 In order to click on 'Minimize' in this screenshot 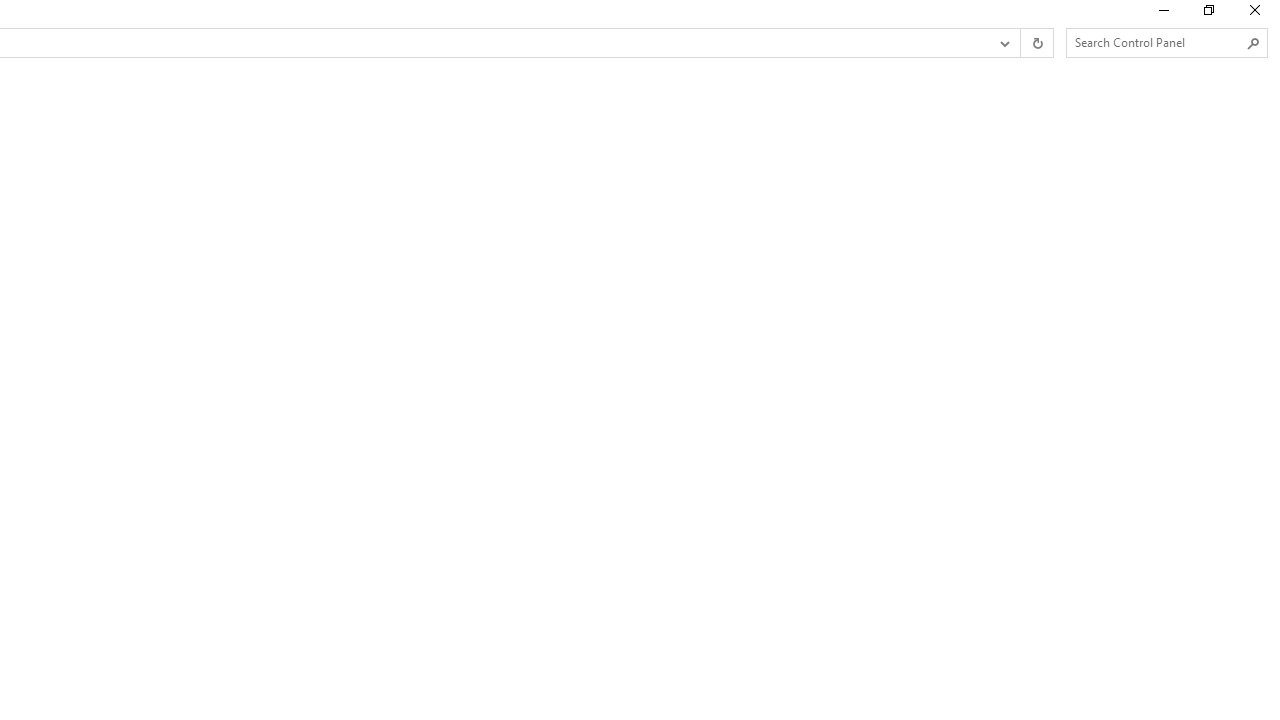, I will do `click(1162, 15)`.